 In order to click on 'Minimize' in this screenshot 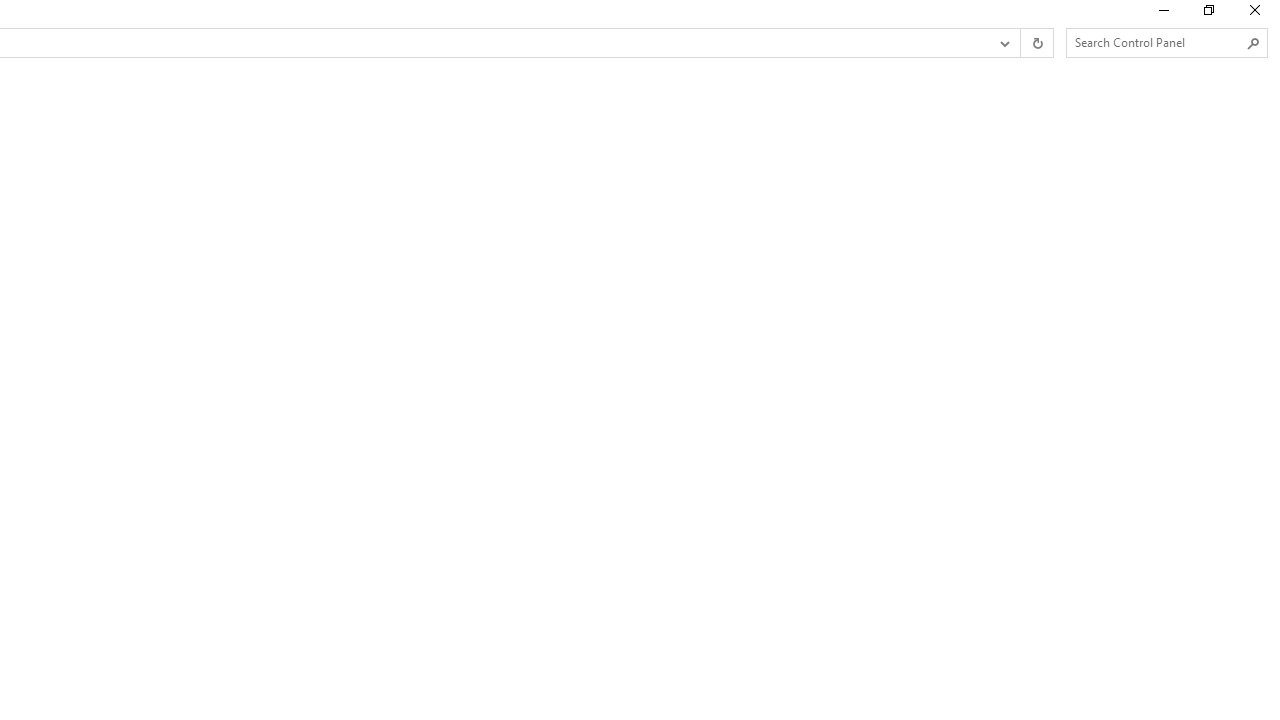, I will do `click(1162, 15)`.